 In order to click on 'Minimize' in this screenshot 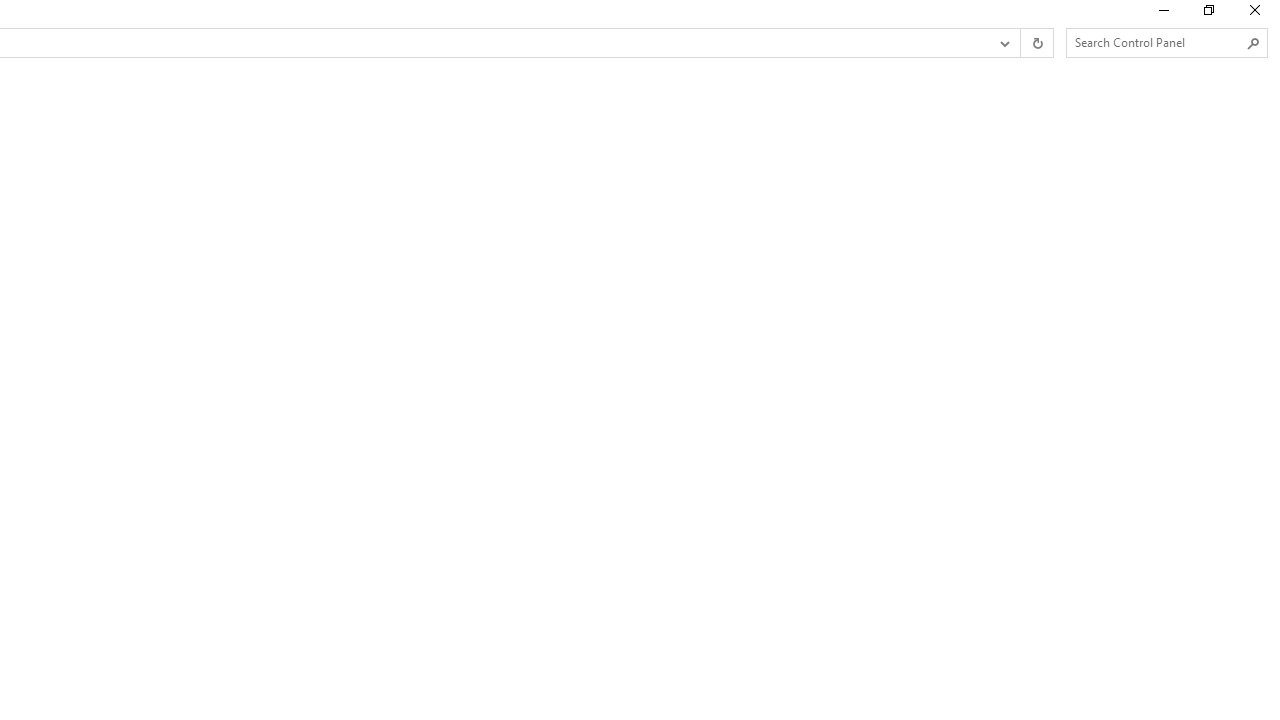, I will do `click(1162, 15)`.